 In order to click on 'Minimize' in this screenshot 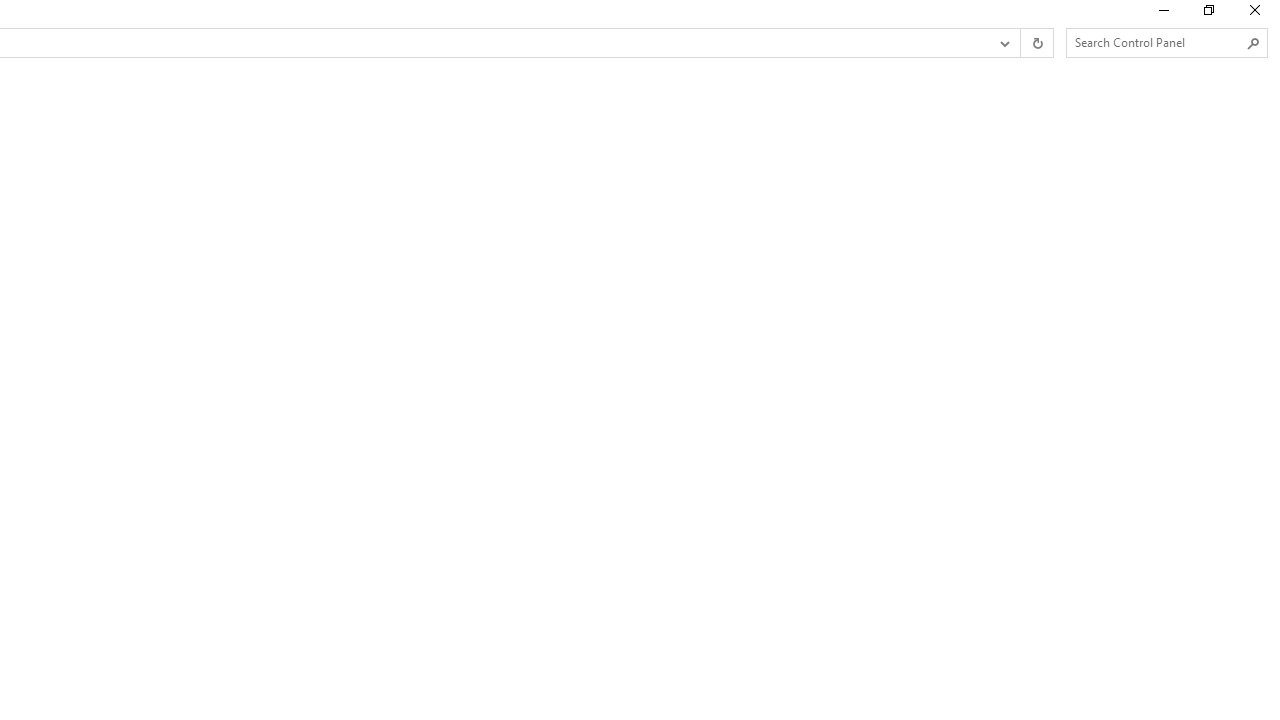, I will do `click(1162, 15)`.